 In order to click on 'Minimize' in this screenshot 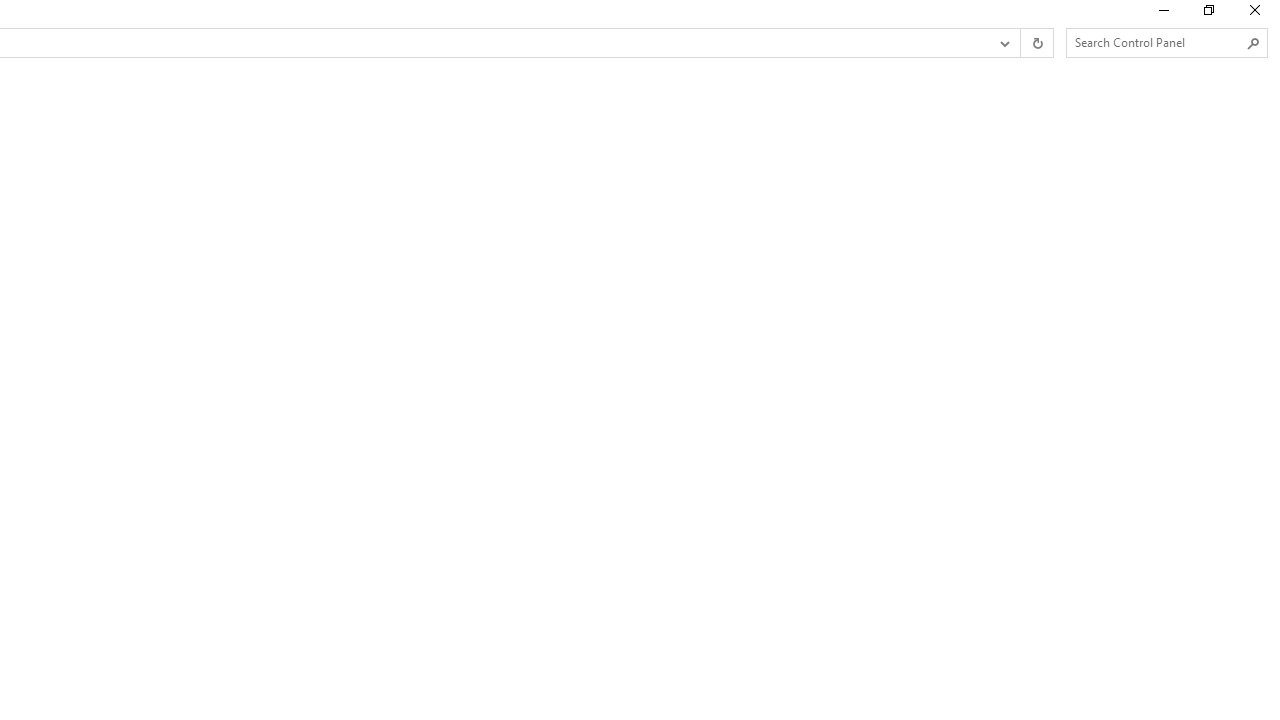, I will do `click(1162, 15)`.